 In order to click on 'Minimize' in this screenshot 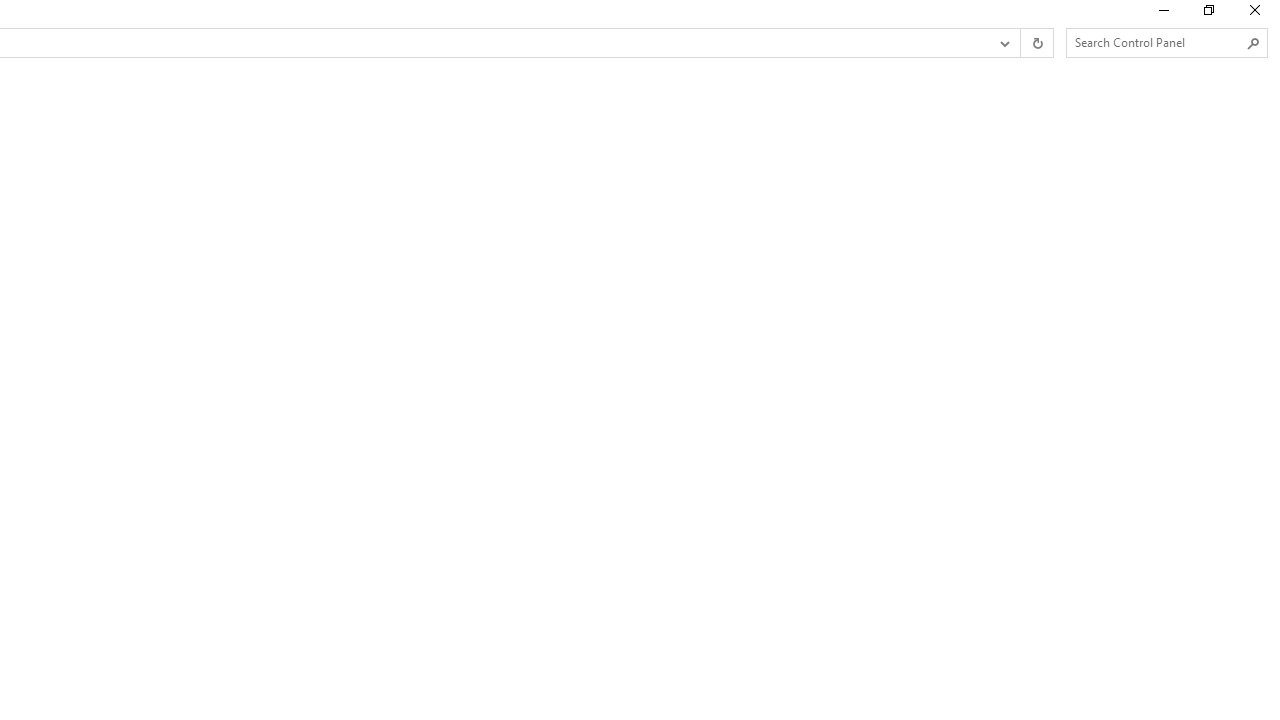, I will do `click(1162, 15)`.